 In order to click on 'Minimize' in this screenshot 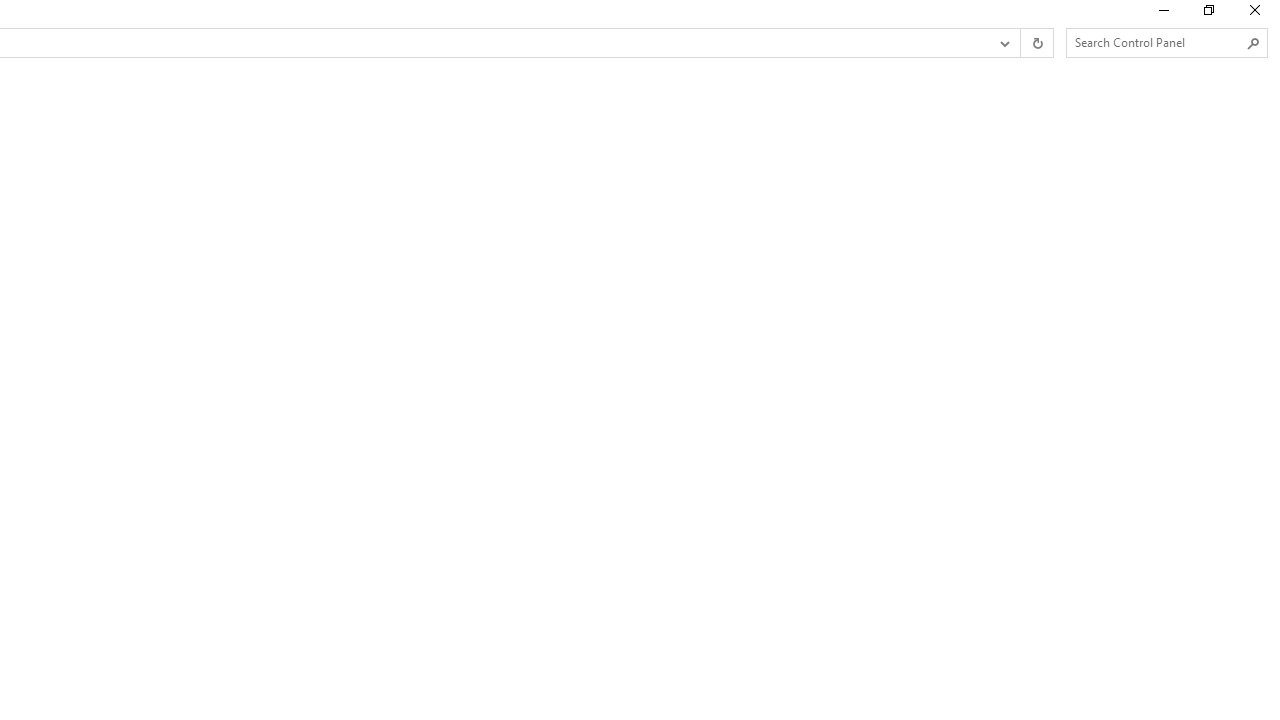, I will do `click(1162, 15)`.